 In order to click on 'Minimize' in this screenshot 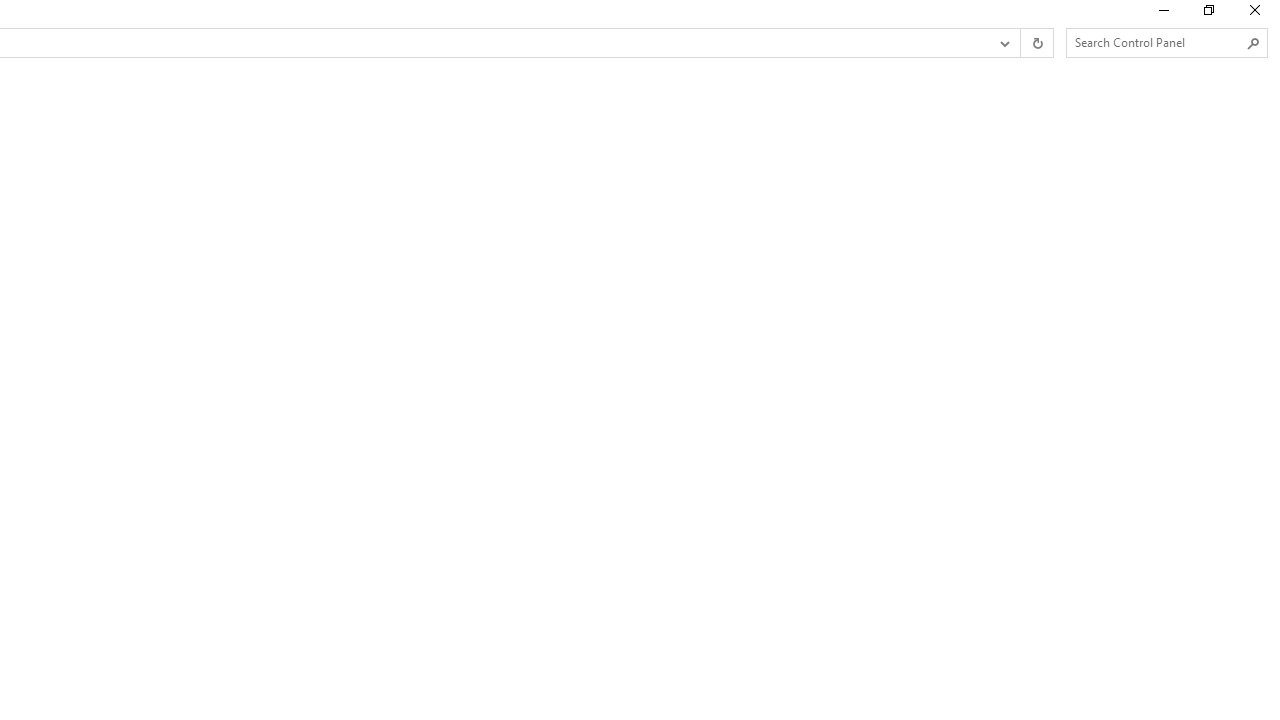, I will do `click(1162, 15)`.